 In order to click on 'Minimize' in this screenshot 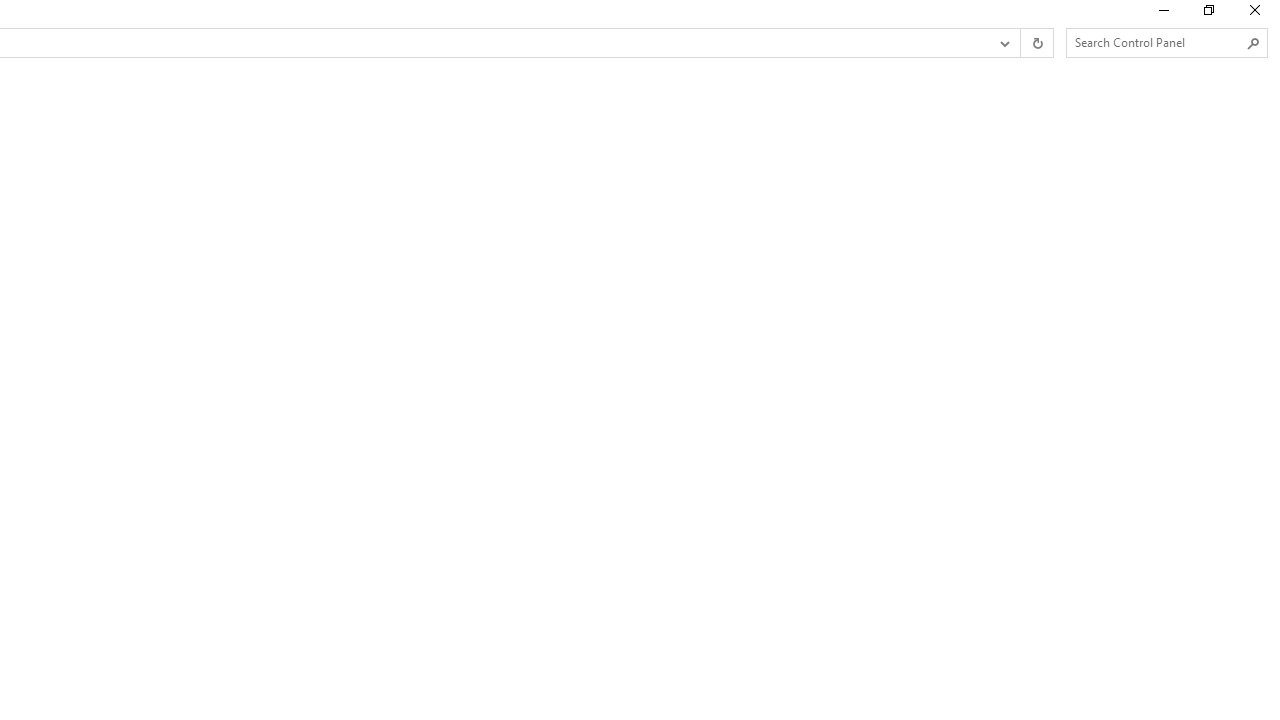, I will do `click(1162, 15)`.